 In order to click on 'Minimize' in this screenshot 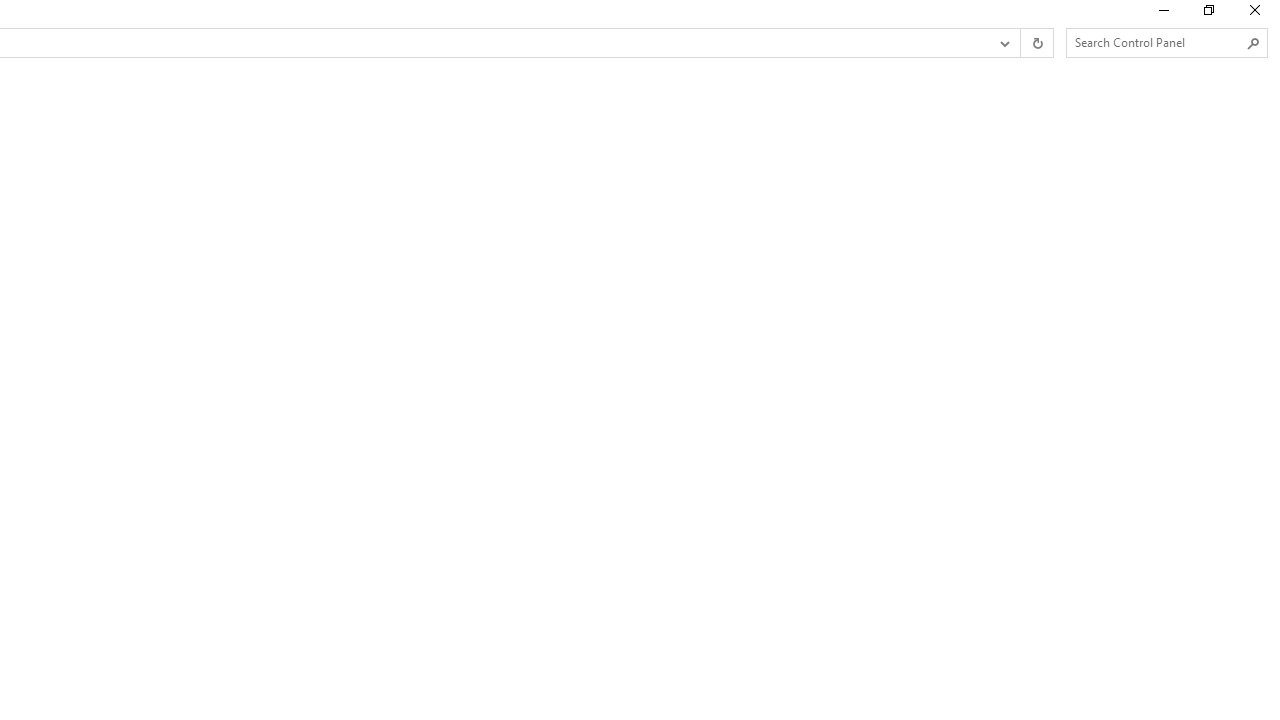, I will do `click(1162, 15)`.